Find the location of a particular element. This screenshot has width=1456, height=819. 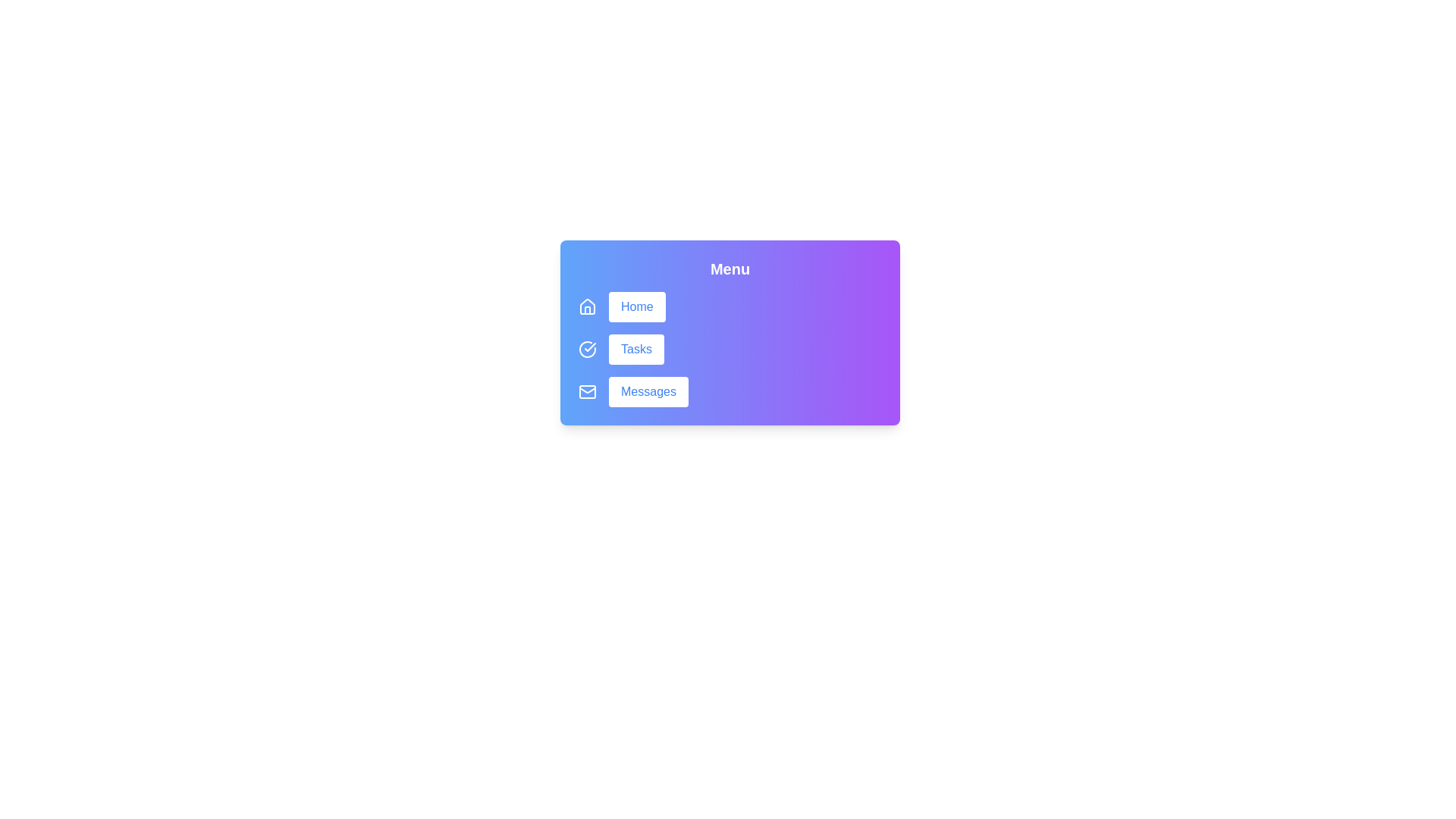

the button labeled Messages to observe the hover effect is located at coordinates (648, 391).